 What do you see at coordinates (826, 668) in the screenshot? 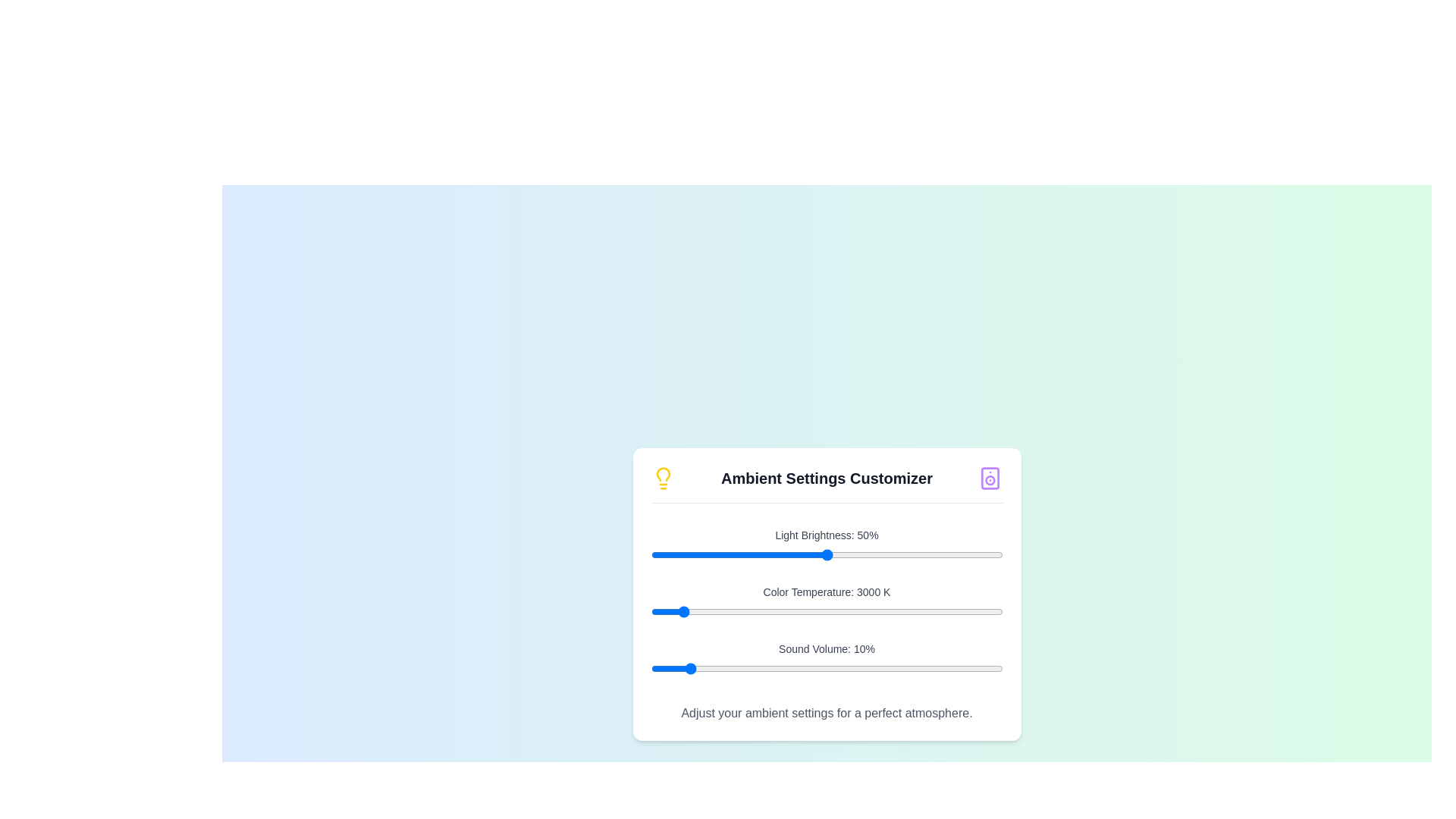
I see `the sound volume` at bounding box center [826, 668].